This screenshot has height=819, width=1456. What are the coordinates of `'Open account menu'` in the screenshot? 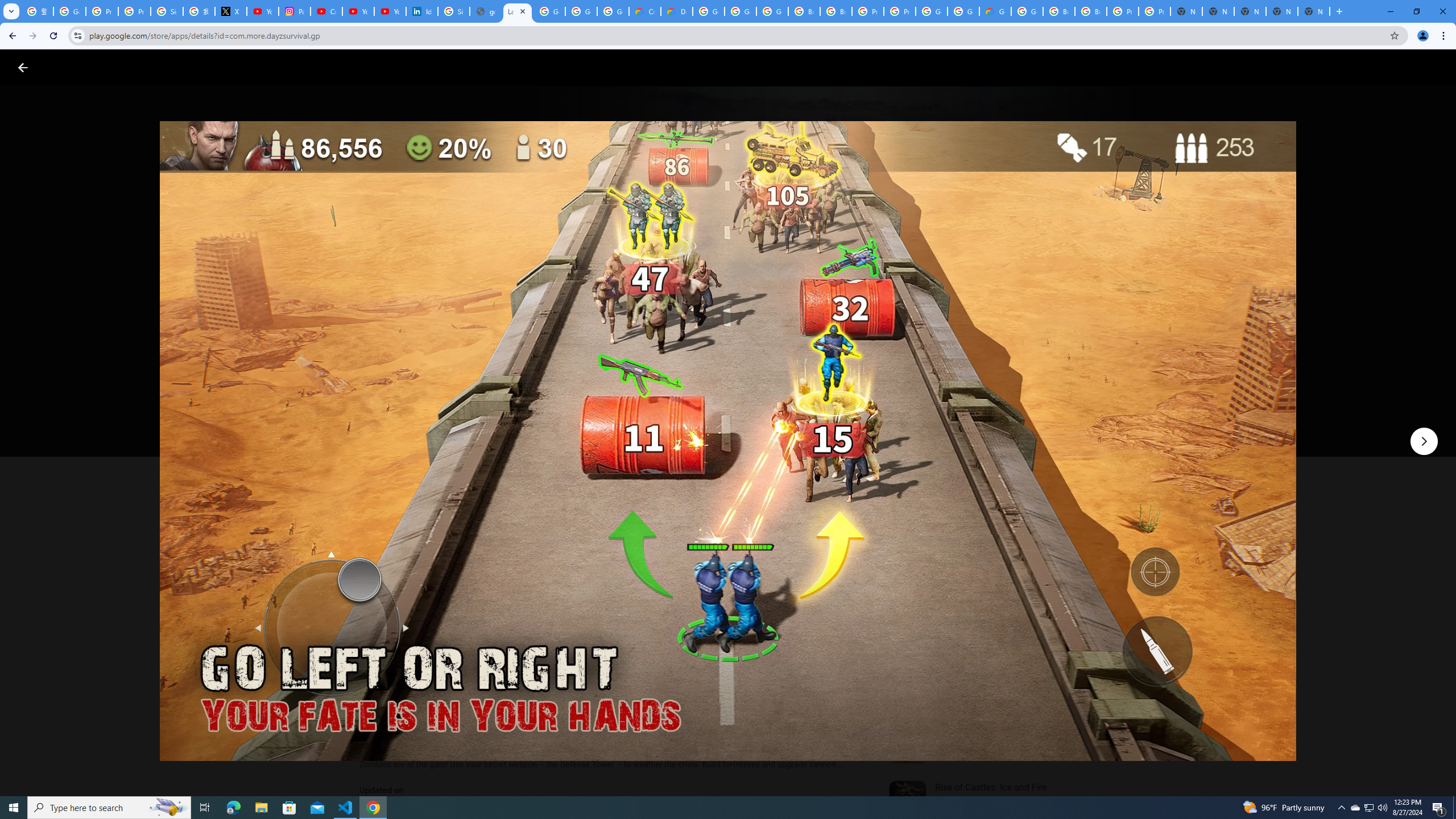 It's located at (1436, 67).